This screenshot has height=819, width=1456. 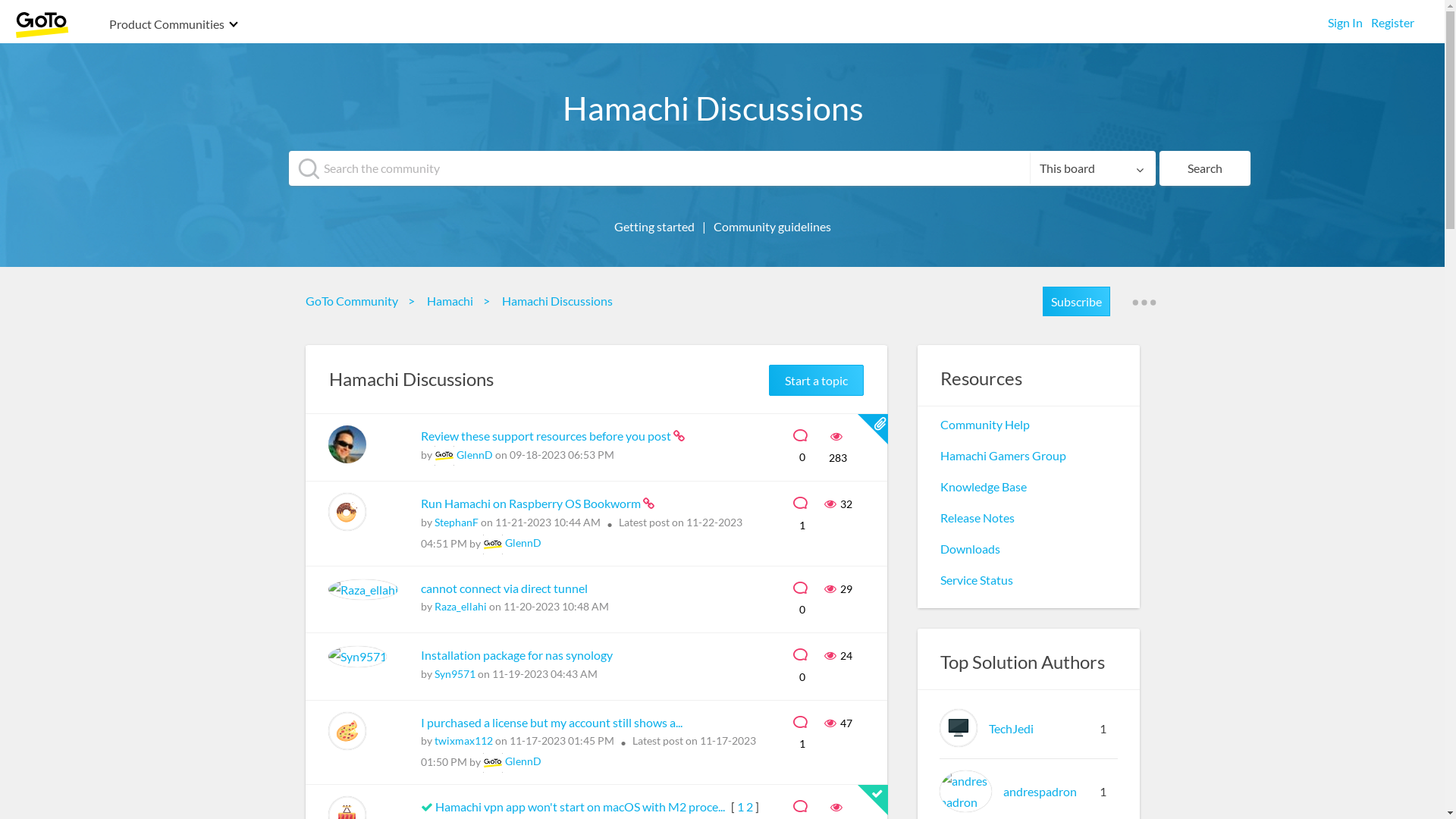 I want to click on 'Run Hamachi on Raspberry OS Bookworm', so click(x=531, y=503).